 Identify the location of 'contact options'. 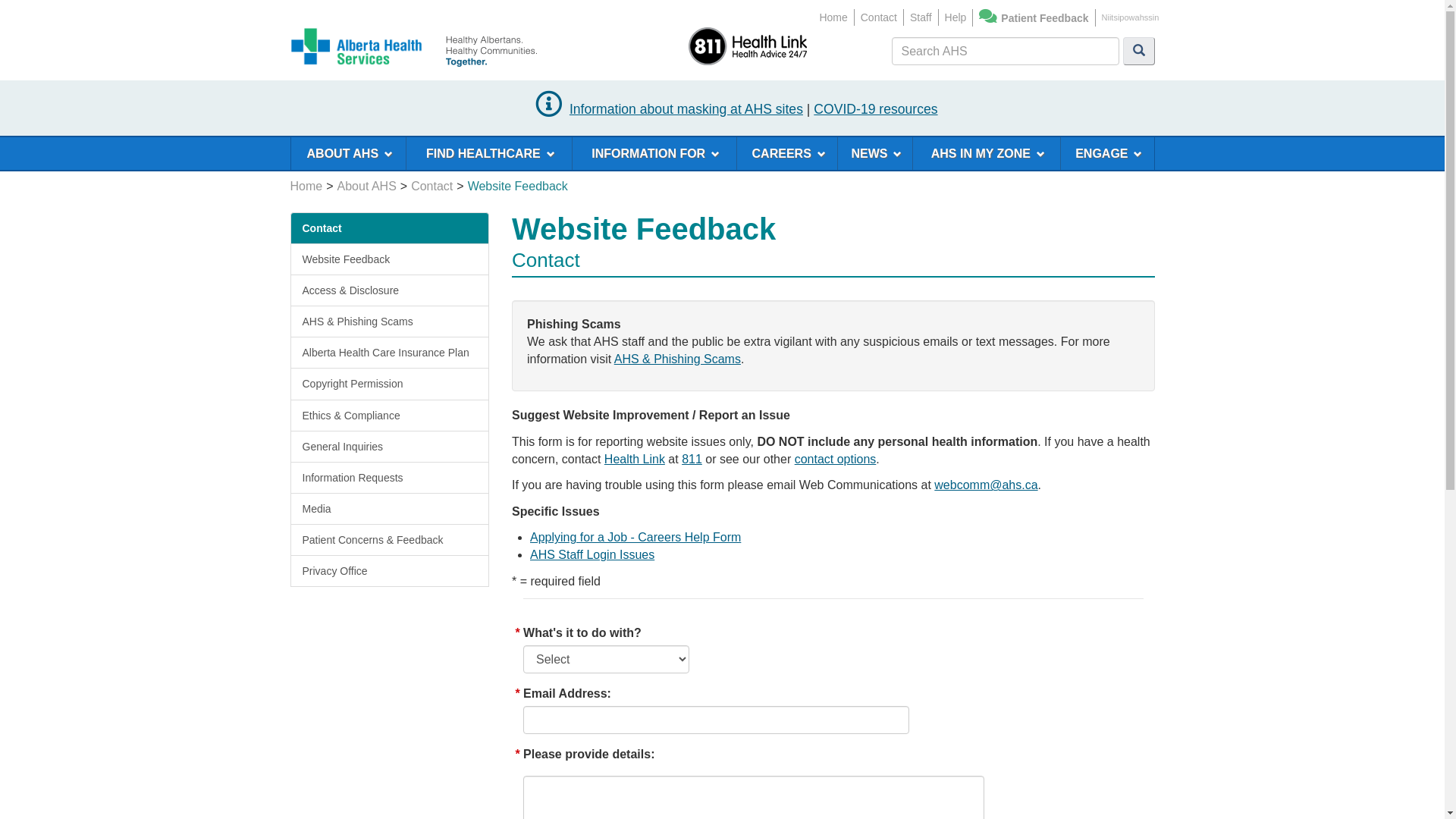
(835, 458).